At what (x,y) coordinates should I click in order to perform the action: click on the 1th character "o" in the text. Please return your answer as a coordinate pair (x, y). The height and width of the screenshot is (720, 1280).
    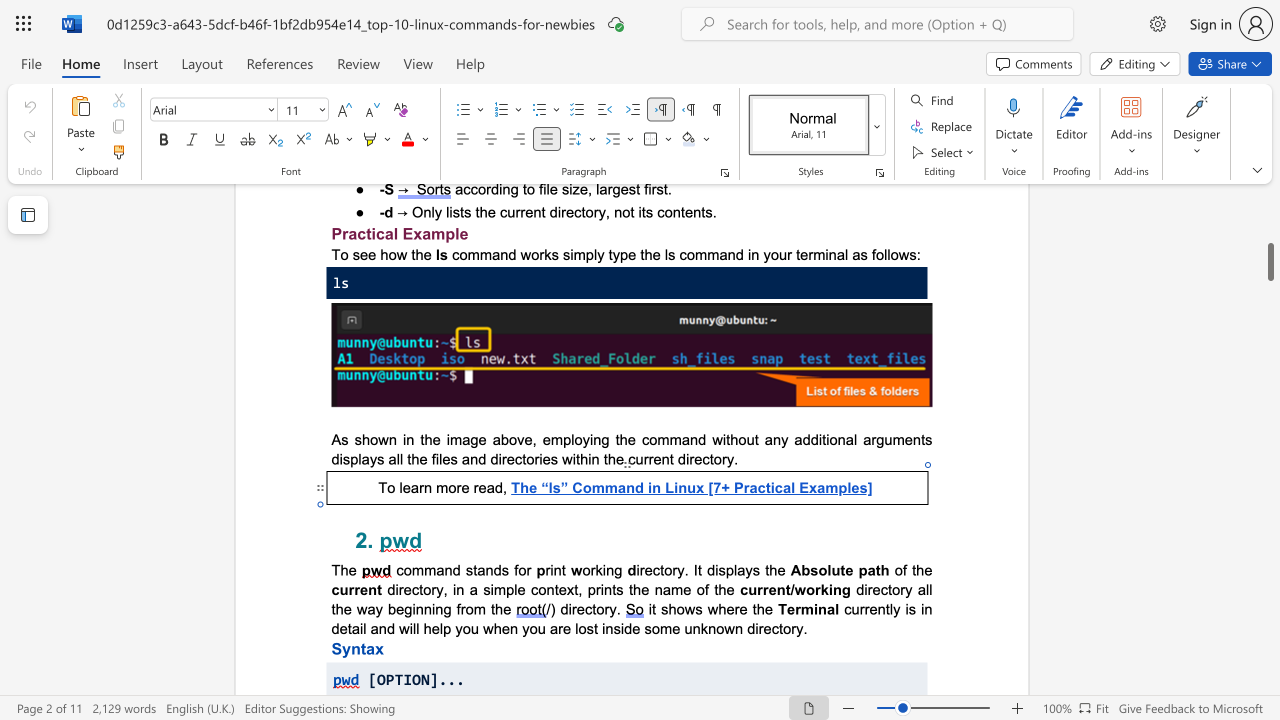
    Looking at the image, I should click on (374, 438).